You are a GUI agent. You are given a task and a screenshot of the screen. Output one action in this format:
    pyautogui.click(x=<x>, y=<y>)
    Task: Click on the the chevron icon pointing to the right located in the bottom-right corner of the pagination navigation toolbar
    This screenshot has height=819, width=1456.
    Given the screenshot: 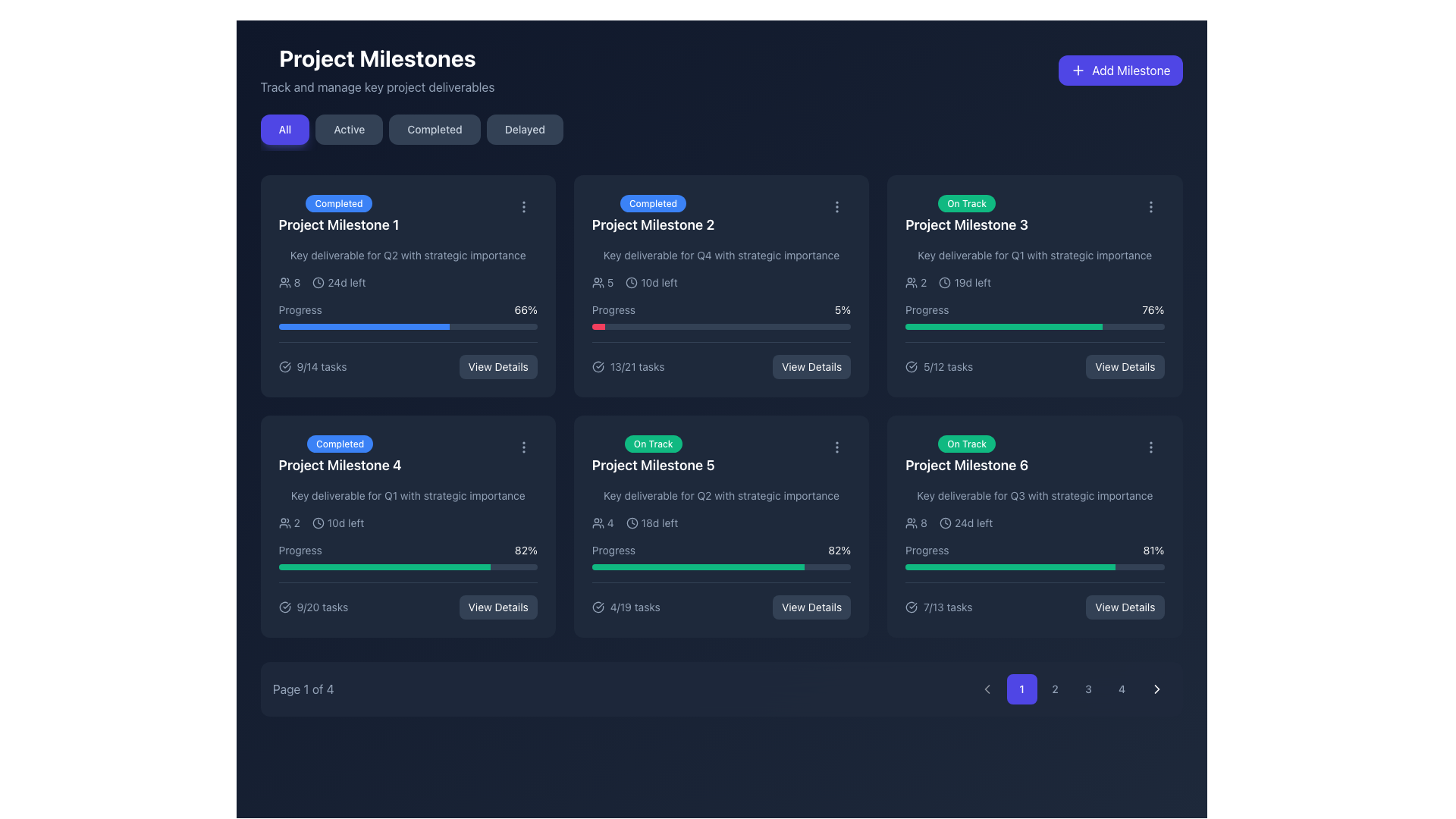 What is the action you would take?
    pyautogui.click(x=1156, y=689)
    